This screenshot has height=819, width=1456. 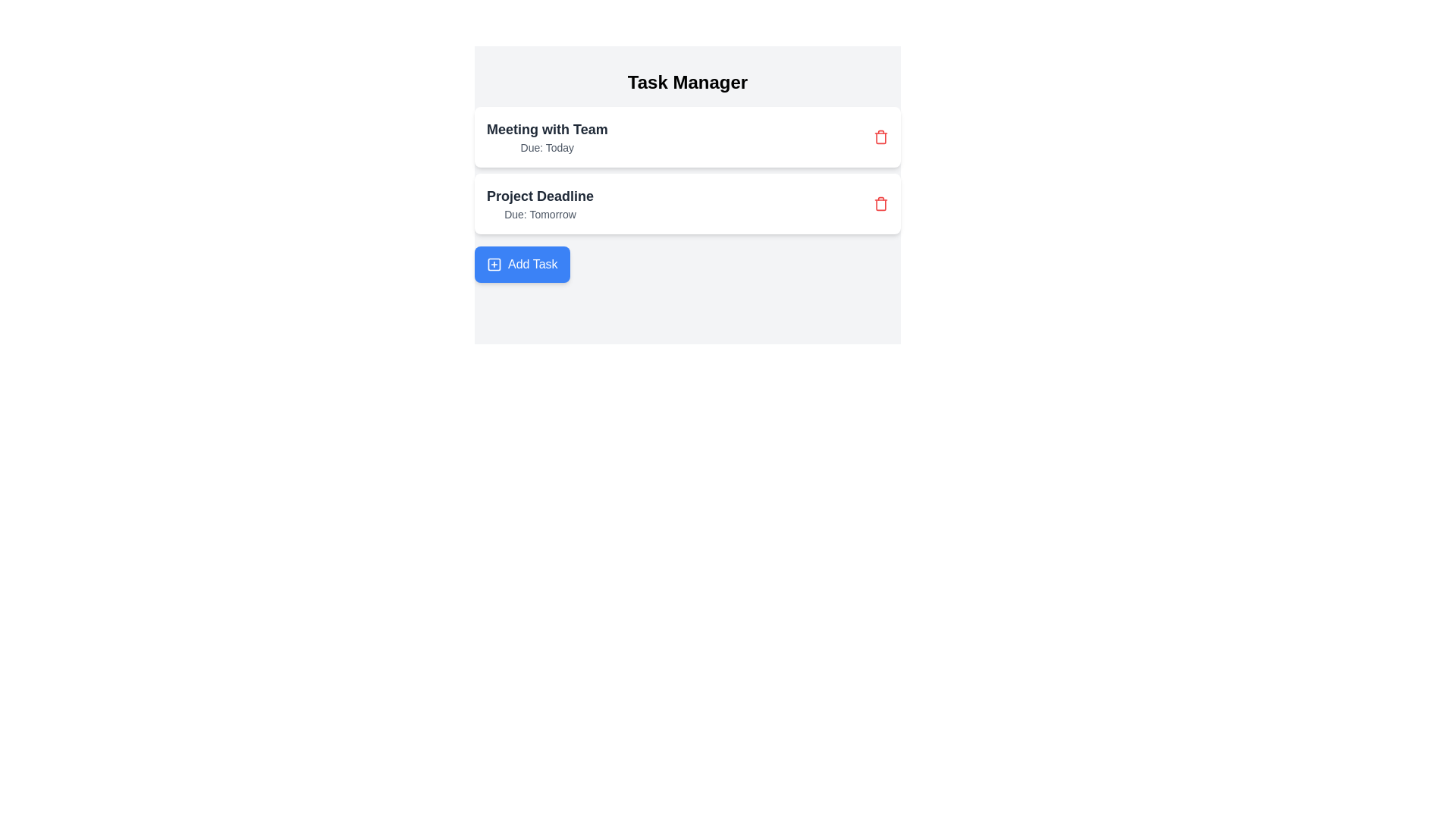 What do you see at coordinates (540, 203) in the screenshot?
I see `the Informational Text Display that shows 'Project Deadline' and states 'Due: Tomorrow', located centrally beneath the 'Meeting with Team' task in the white card with rounded corners` at bounding box center [540, 203].